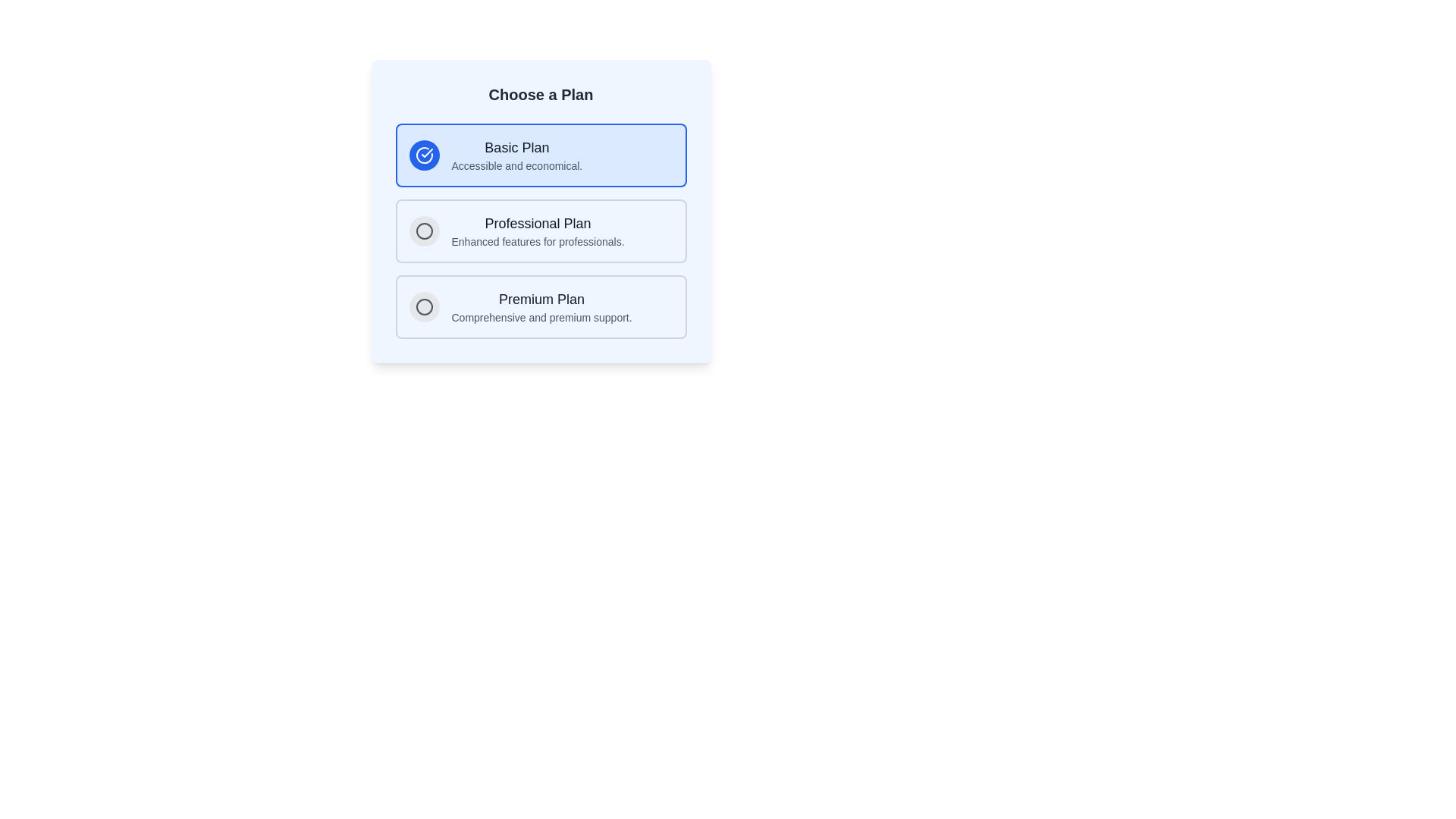  I want to click on the third selectable list item for the 'Premium Plan' option, so click(541, 307).